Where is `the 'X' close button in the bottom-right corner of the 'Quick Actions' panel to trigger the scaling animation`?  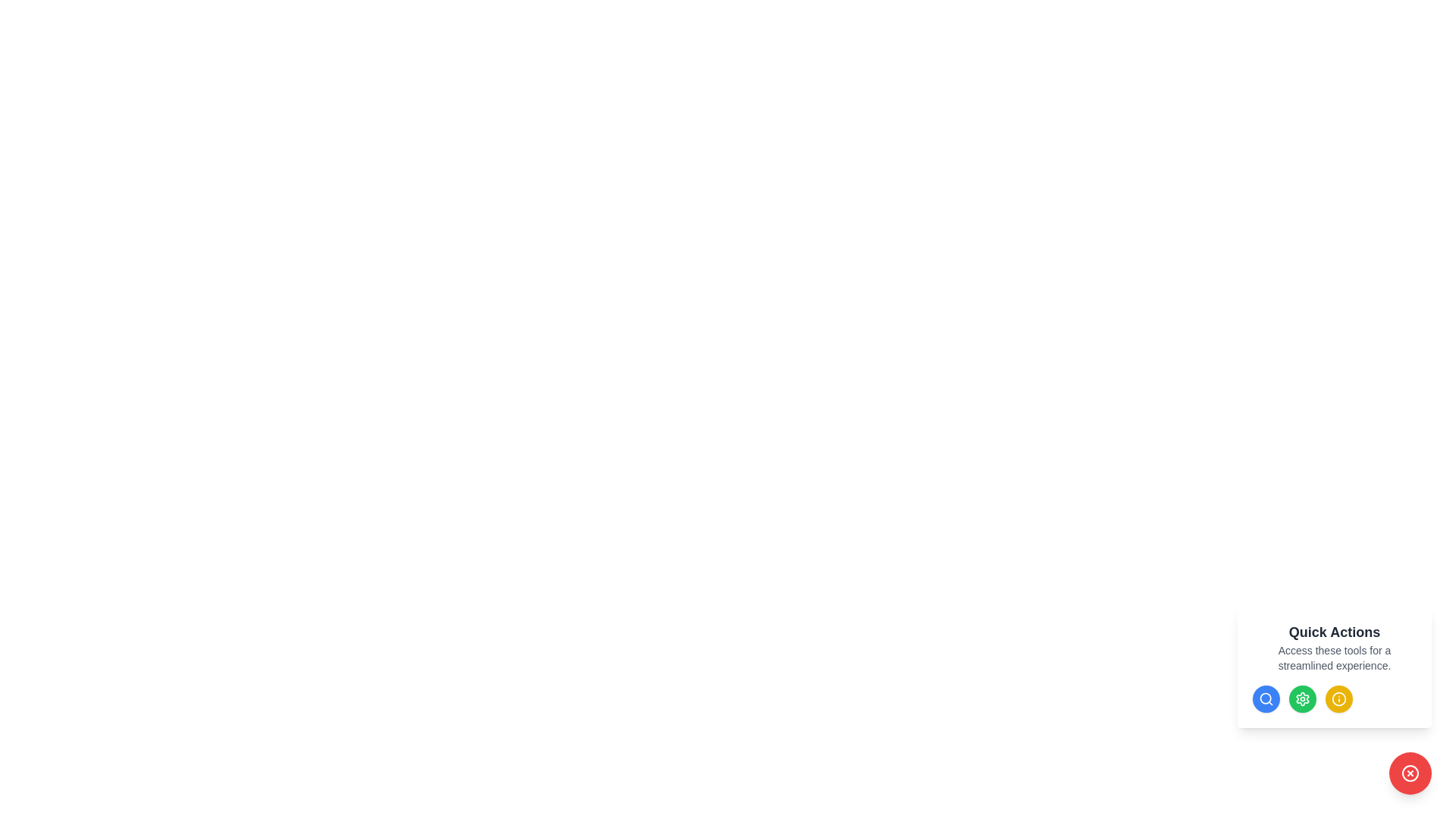
the 'X' close button in the bottom-right corner of the 'Quick Actions' panel to trigger the scaling animation is located at coordinates (1410, 773).